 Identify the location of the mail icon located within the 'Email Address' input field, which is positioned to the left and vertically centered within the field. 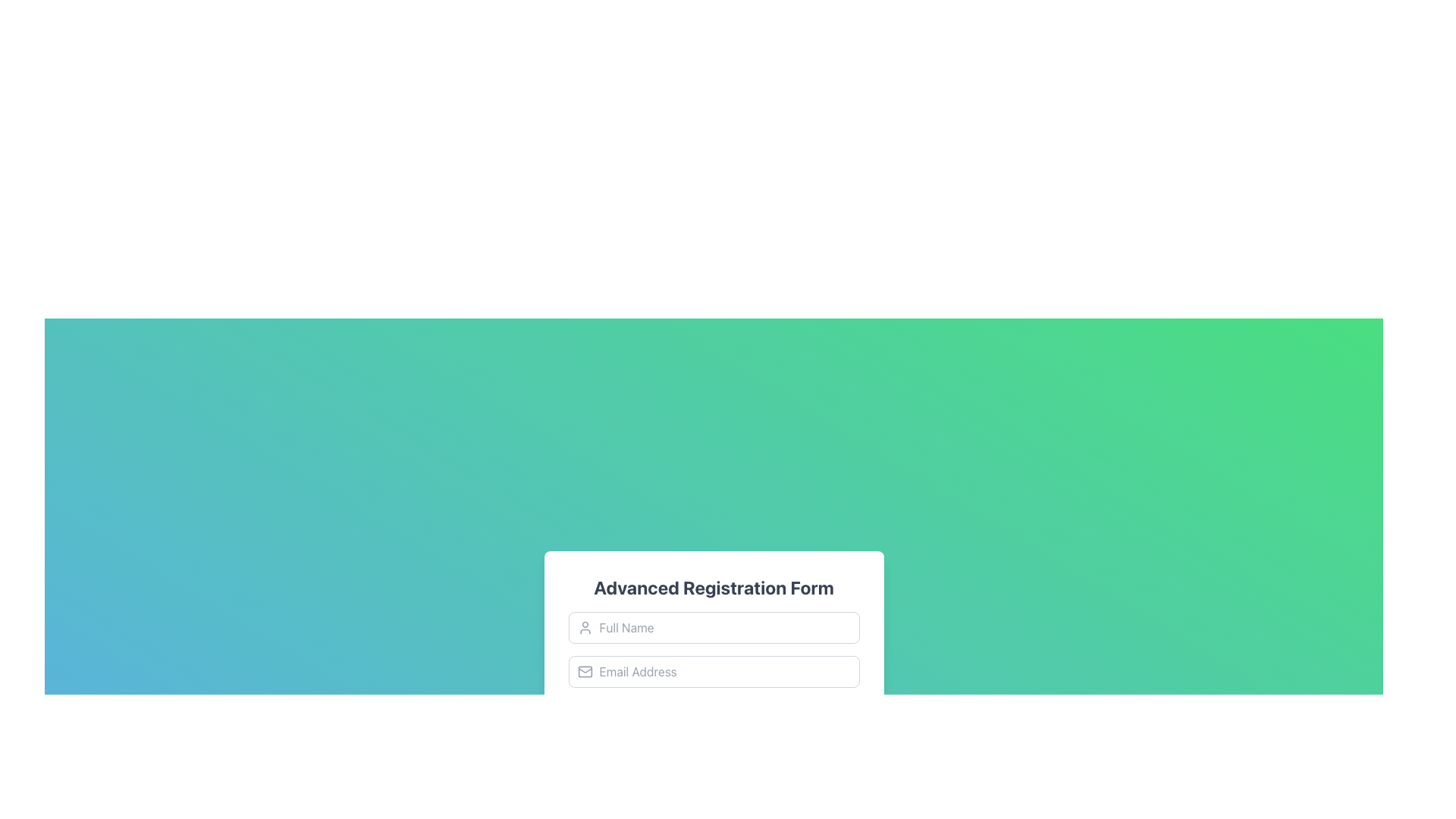
(584, 671).